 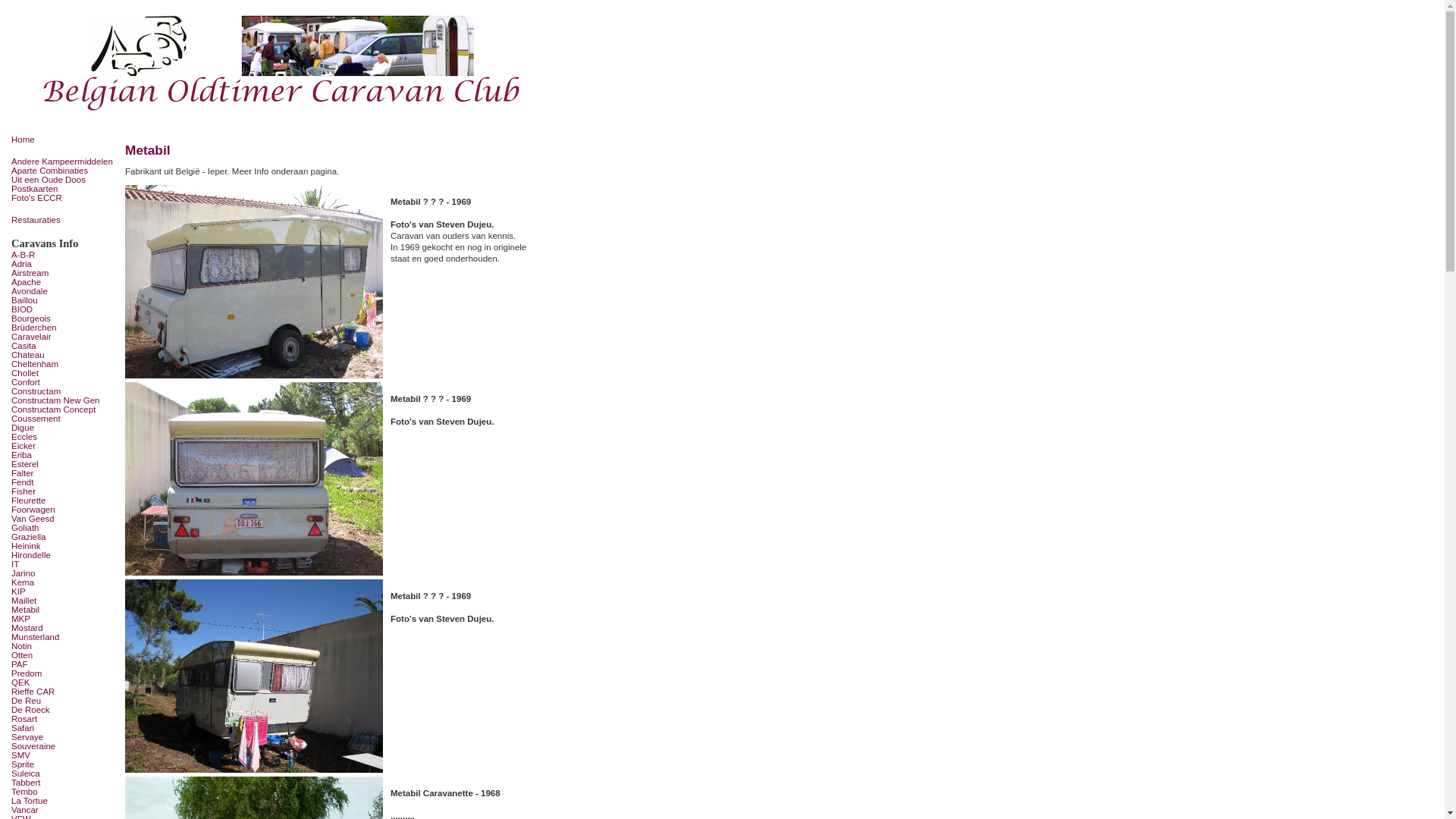 I want to click on 'Mostard', so click(x=64, y=628).